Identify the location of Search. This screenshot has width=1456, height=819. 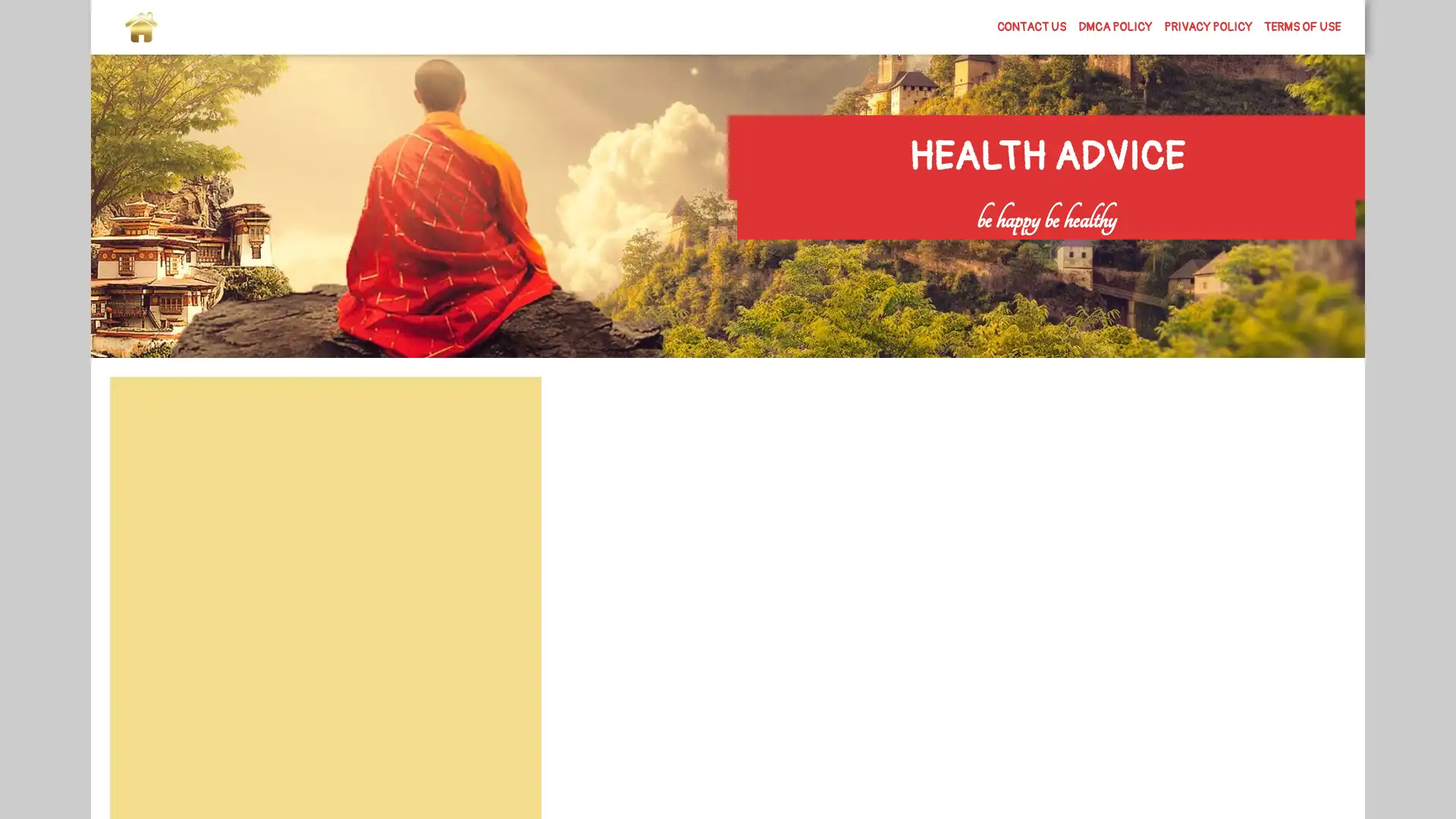
(1181, 248).